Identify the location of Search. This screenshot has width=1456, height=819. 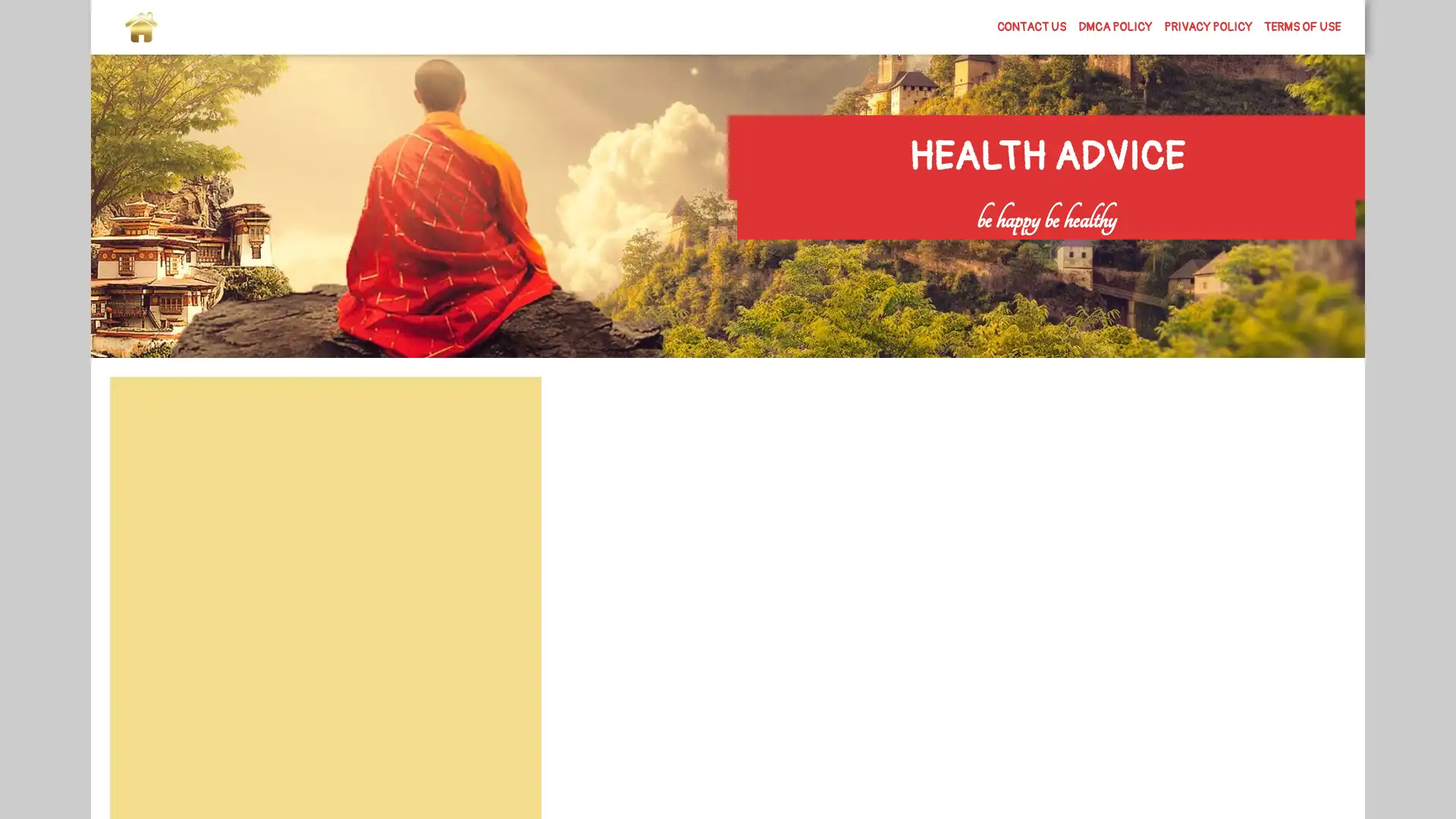
(1181, 248).